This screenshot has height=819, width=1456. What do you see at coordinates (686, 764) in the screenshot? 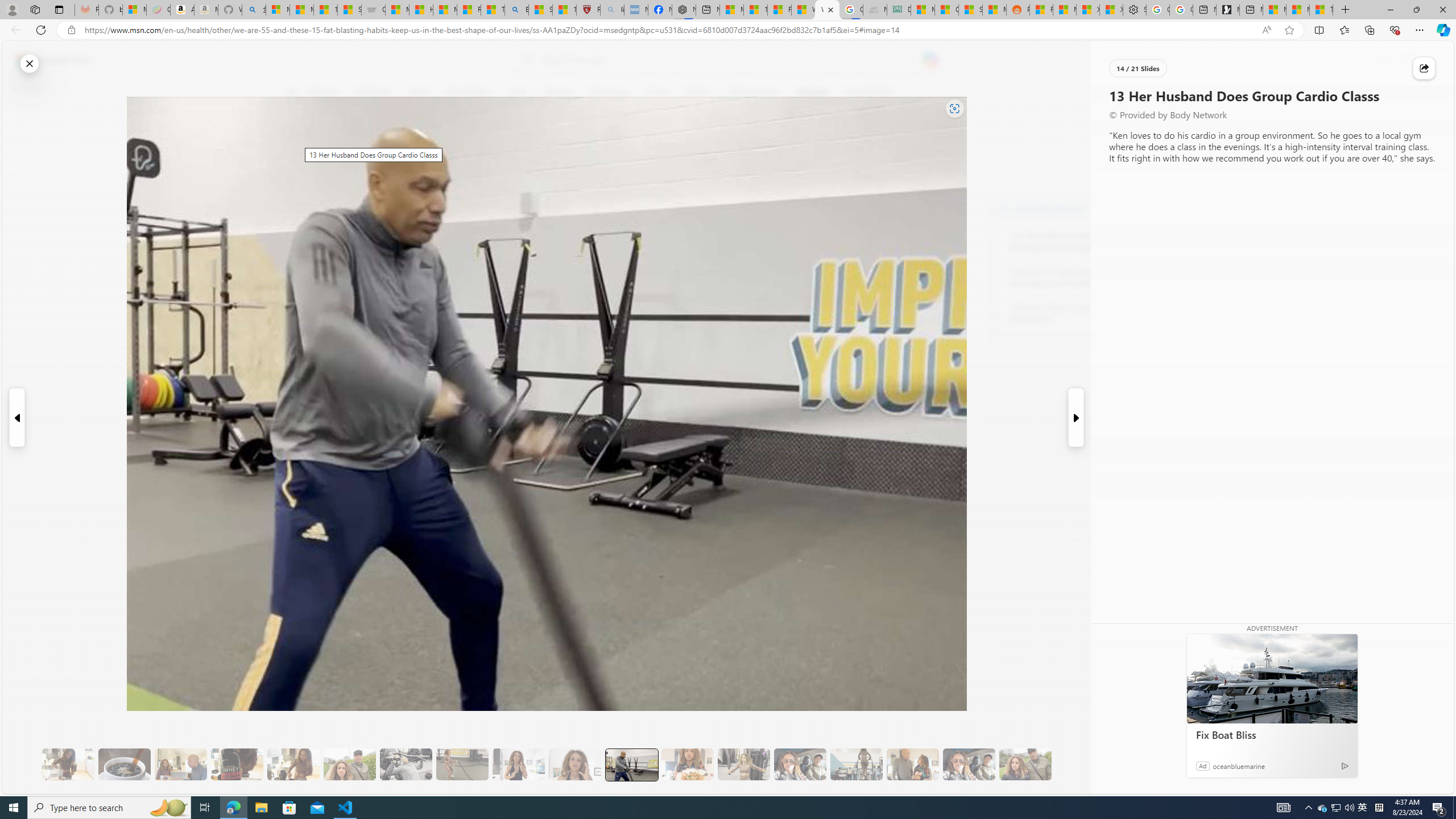
I see `'14 They Have Salmon and Veggies for Dinner'` at bounding box center [686, 764].